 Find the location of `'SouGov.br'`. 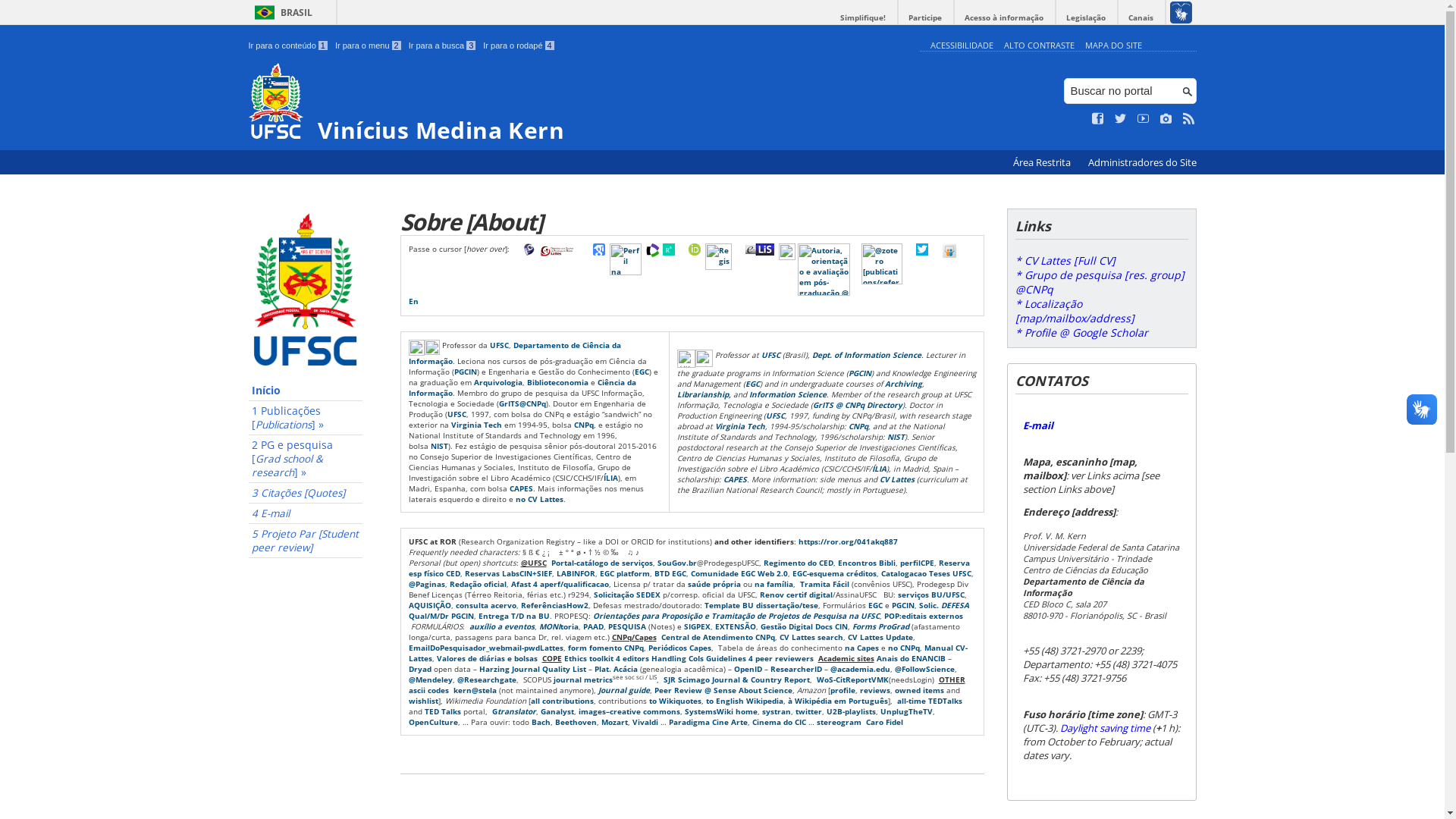

'SouGov.br' is located at coordinates (676, 562).